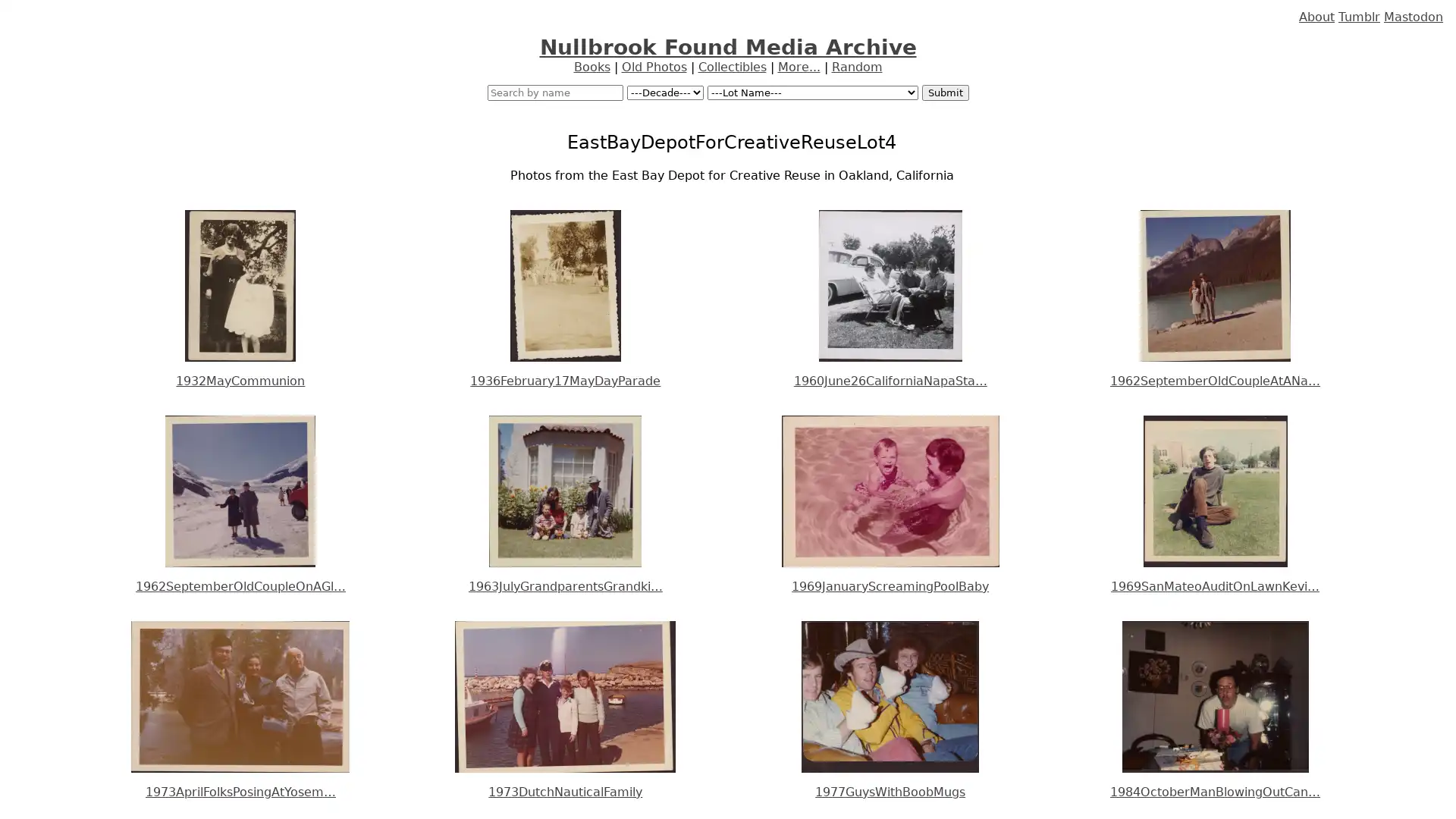  What do you see at coordinates (944, 93) in the screenshot?
I see `Submit` at bounding box center [944, 93].